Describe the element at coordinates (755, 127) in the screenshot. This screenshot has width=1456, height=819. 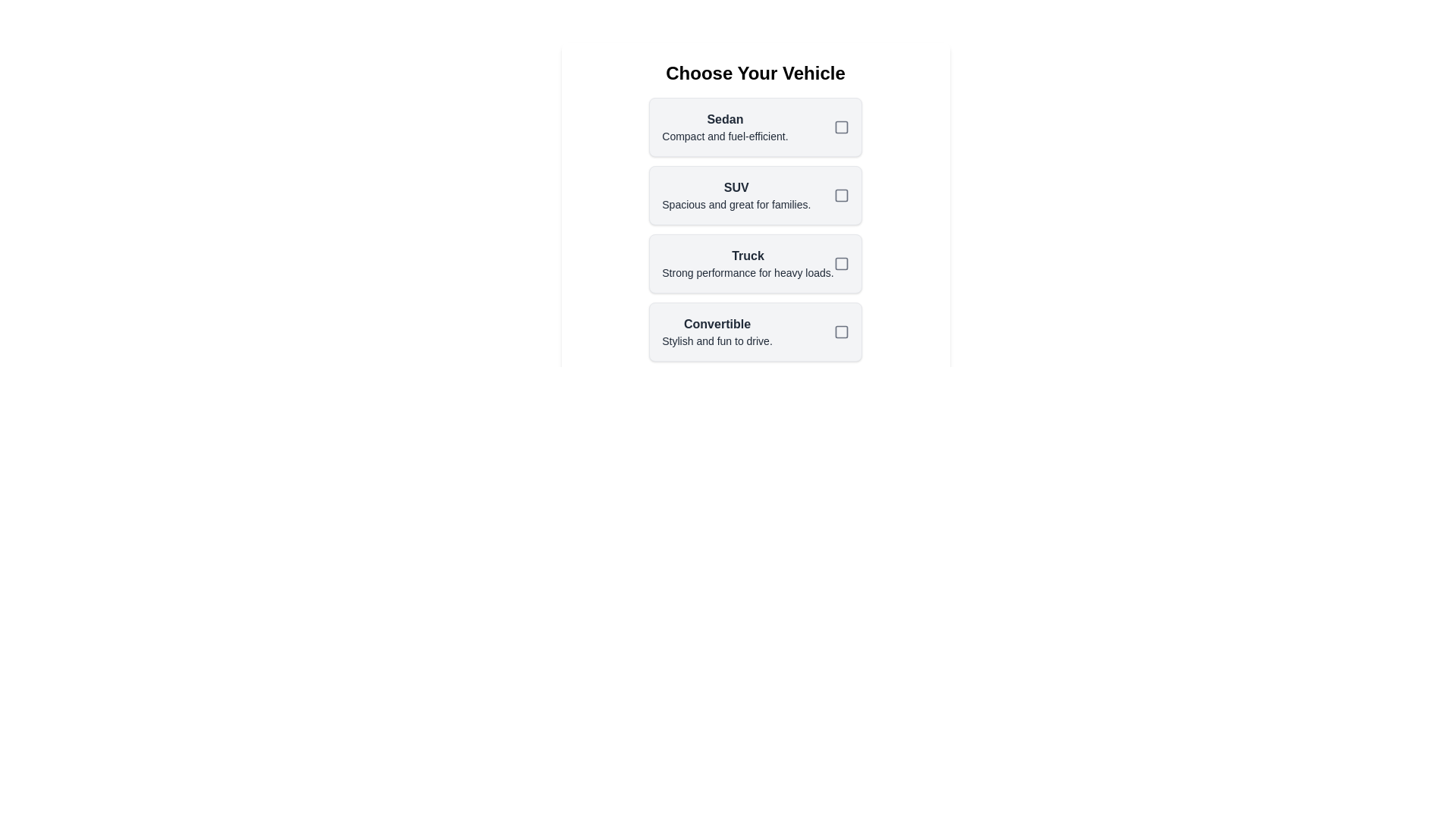
I see `the vehicle entry corresponding to Sedan` at that location.